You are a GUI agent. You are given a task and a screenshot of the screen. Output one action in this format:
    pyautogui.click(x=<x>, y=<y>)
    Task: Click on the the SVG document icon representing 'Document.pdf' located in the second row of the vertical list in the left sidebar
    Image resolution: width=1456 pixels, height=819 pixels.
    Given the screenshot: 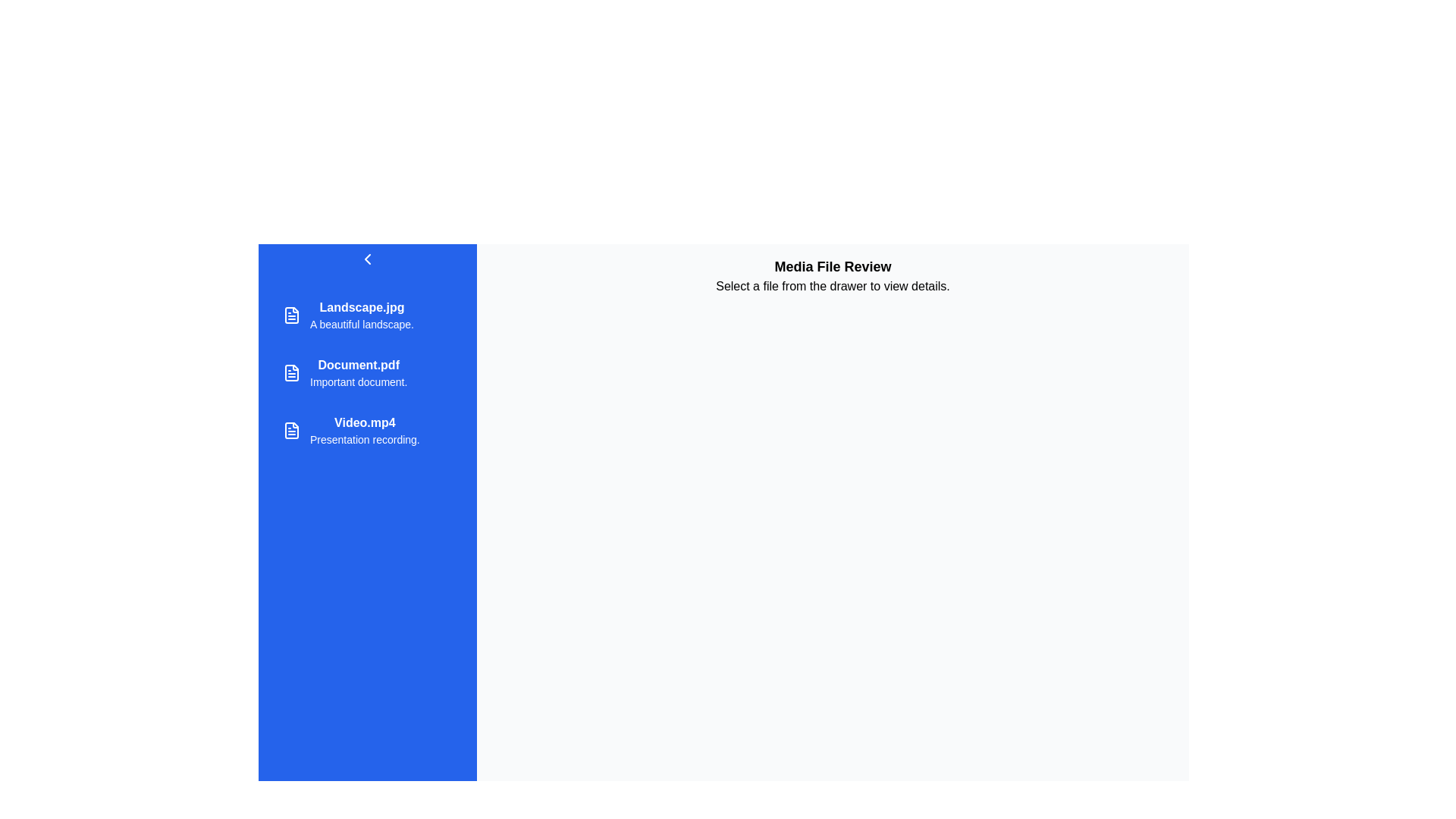 What is the action you would take?
    pyautogui.click(x=291, y=315)
    